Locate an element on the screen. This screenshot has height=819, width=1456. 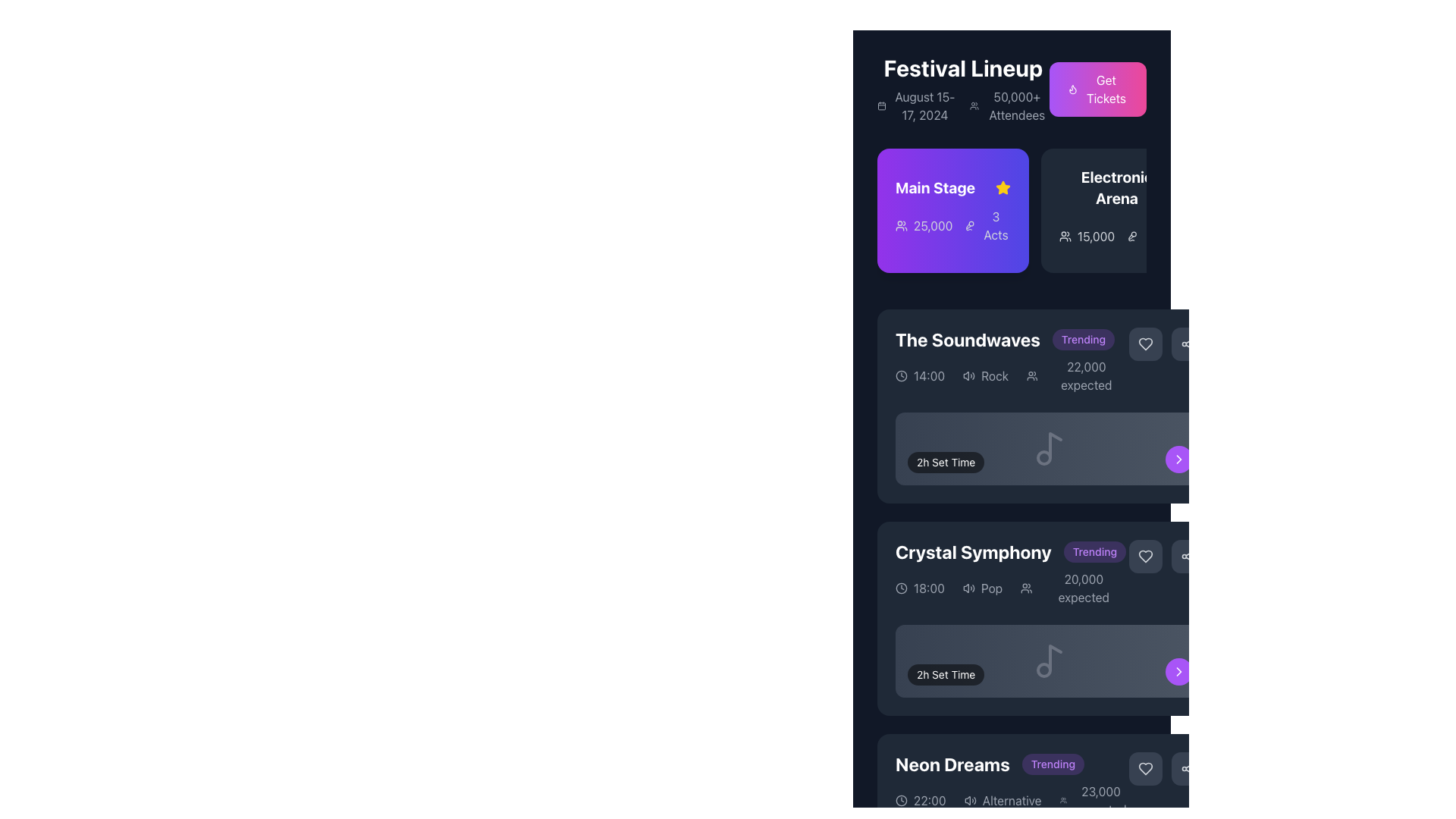
the gray circular element that is part of the SVG music note icon located in the 'Crystal Symphony' section is located at coordinates (1043, 669).